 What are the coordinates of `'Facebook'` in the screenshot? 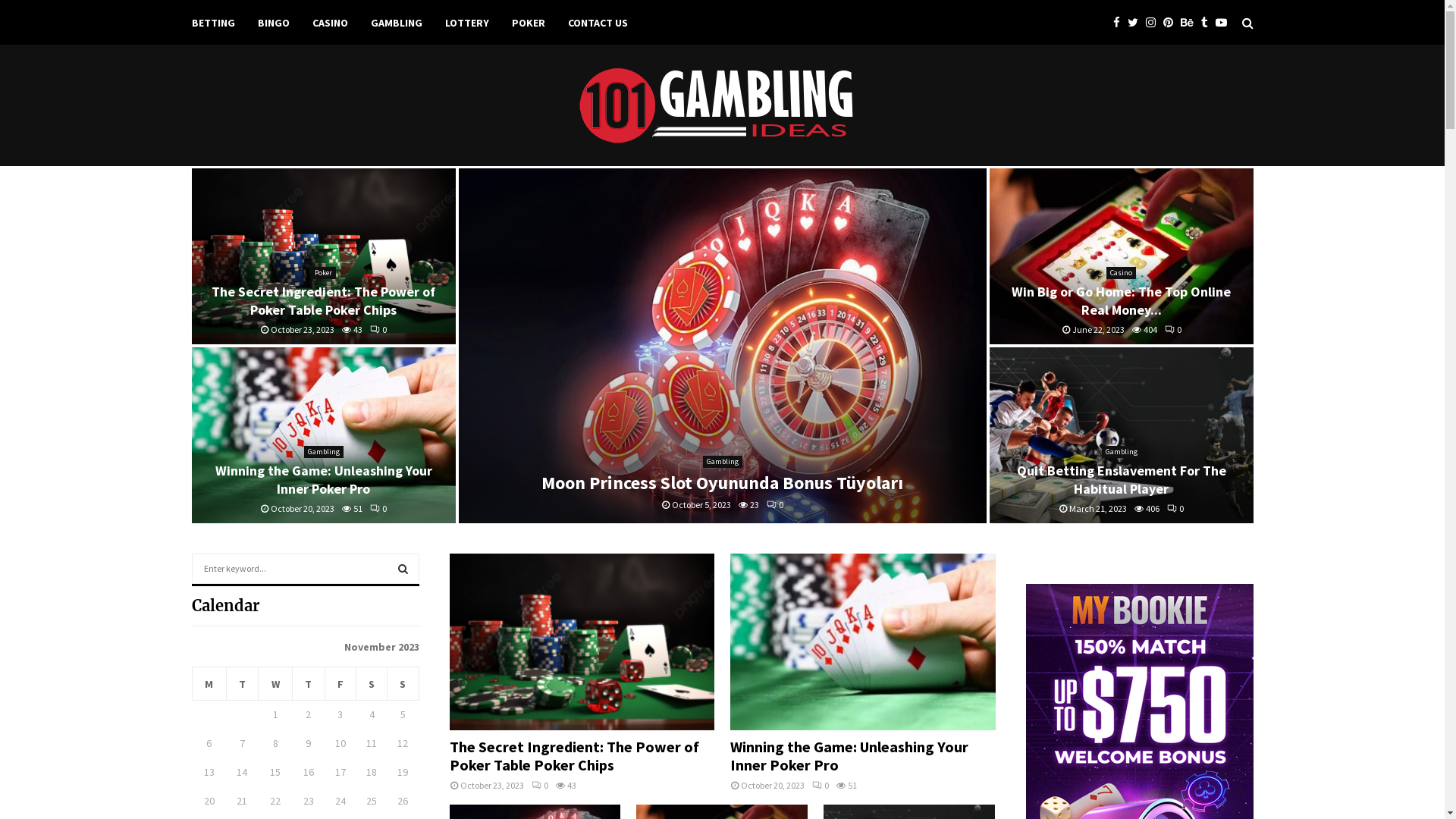 It's located at (1120, 23).